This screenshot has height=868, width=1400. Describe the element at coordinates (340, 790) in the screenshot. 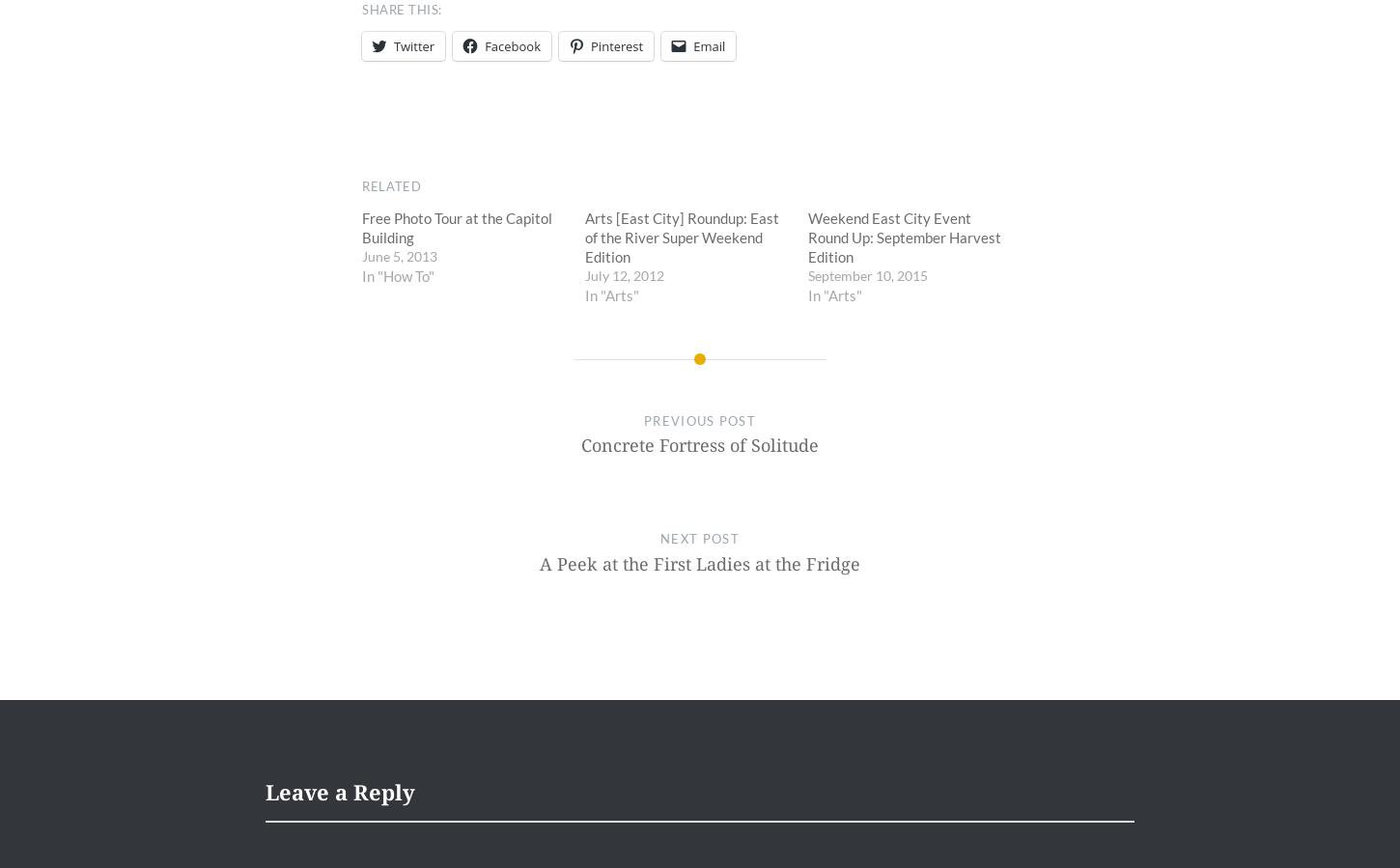

I see `'Leave a Reply'` at that location.